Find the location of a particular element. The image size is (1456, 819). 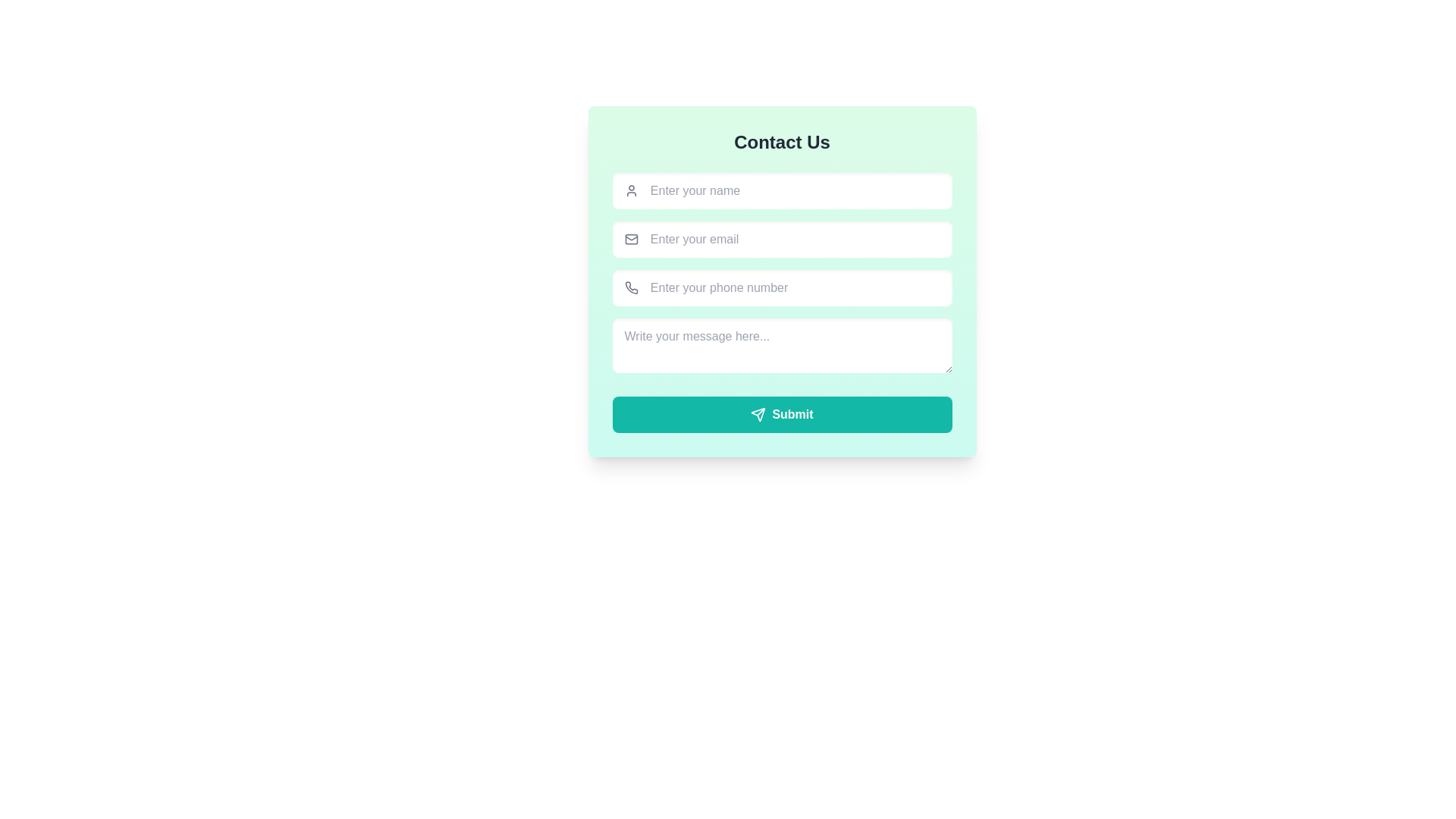

the decorative icon located to the left of the 'Enter your phone number' input field, which visually indicates the purpose of the adjacent field is located at coordinates (631, 287).